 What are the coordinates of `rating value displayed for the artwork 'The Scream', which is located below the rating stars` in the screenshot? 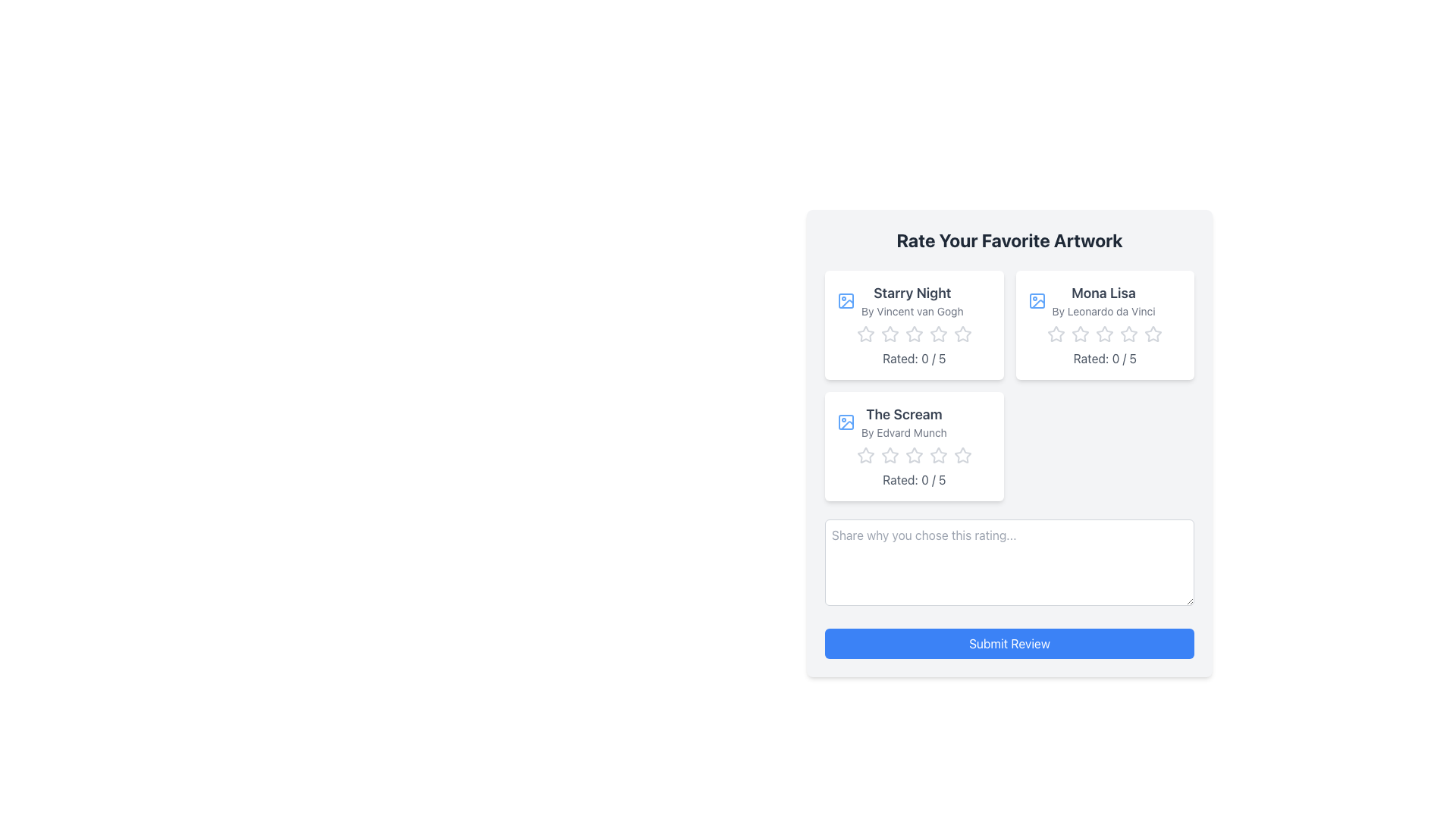 It's located at (913, 479).